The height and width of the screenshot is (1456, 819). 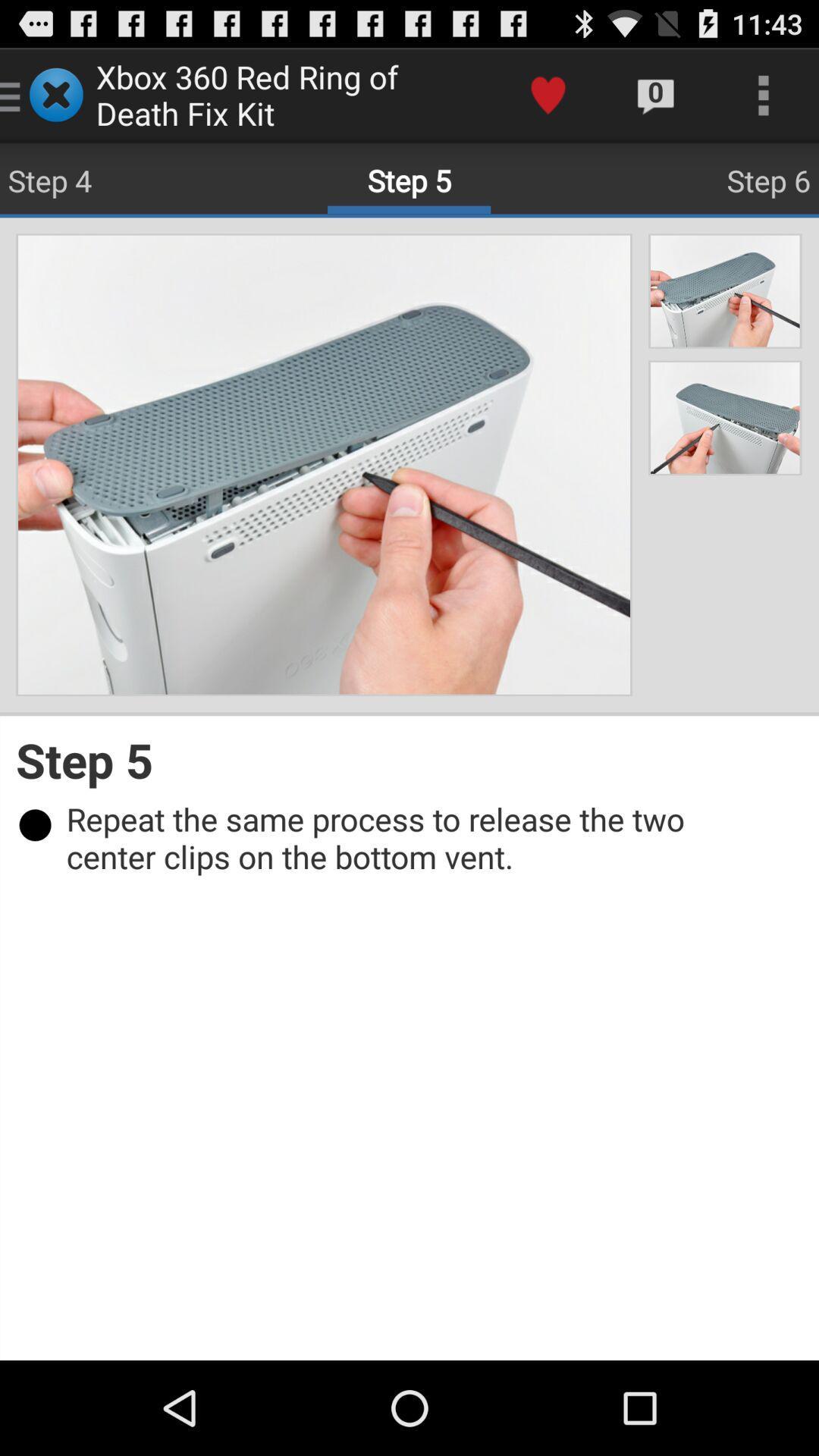 I want to click on app to the right of xbox 360 red item, so click(x=548, y=94).